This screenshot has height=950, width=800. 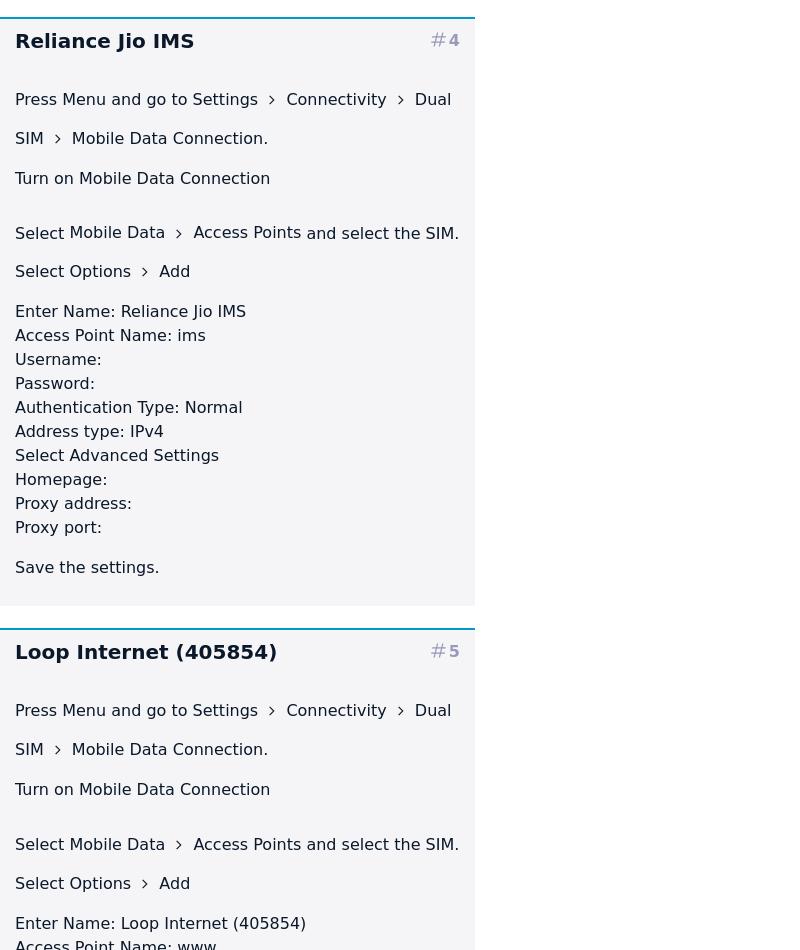 What do you see at coordinates (14, 382) in the screenshot?
I see `'Password:'` at bounding box center [14, 382].